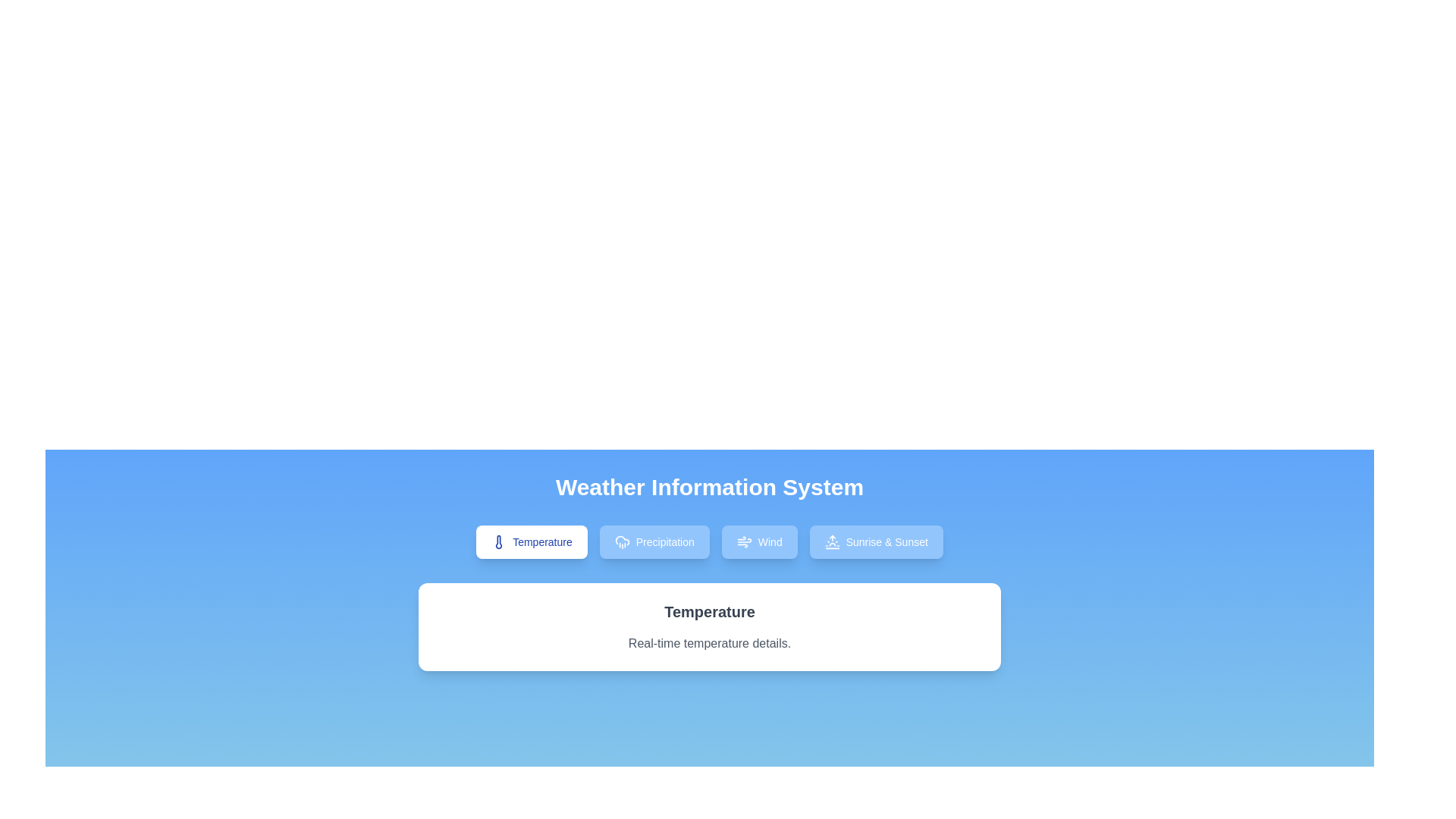 The image size is (1456, 819). What do you see at coordinates (532, 541) in the screenshot?
I see `the Temperature tab by clicking the corresponding button` at bounding box center [532, 541].